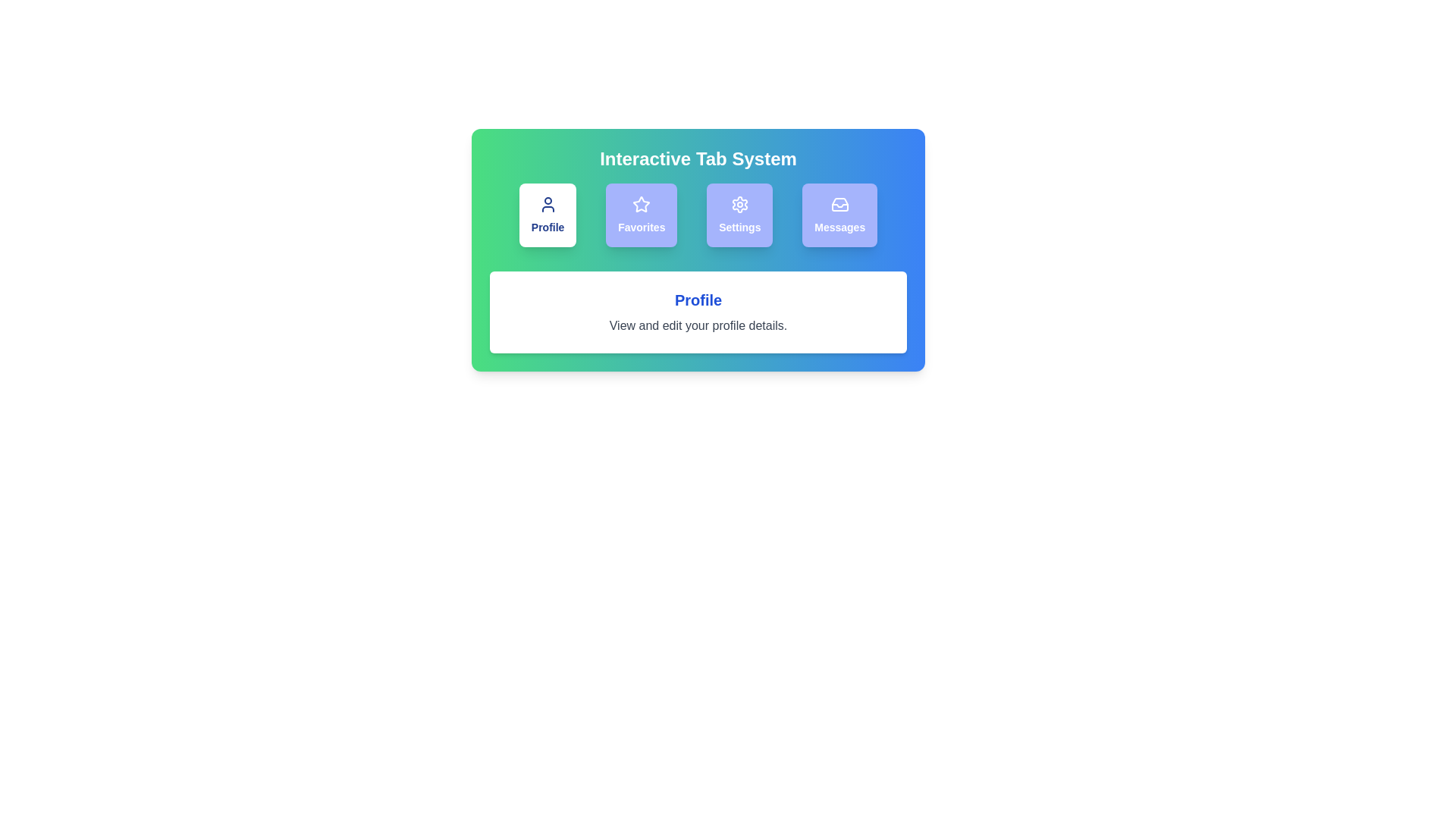  Describe the element at coordinates (546, 215) in the screenshot. I see `the Profile tab to view its content` at that location.